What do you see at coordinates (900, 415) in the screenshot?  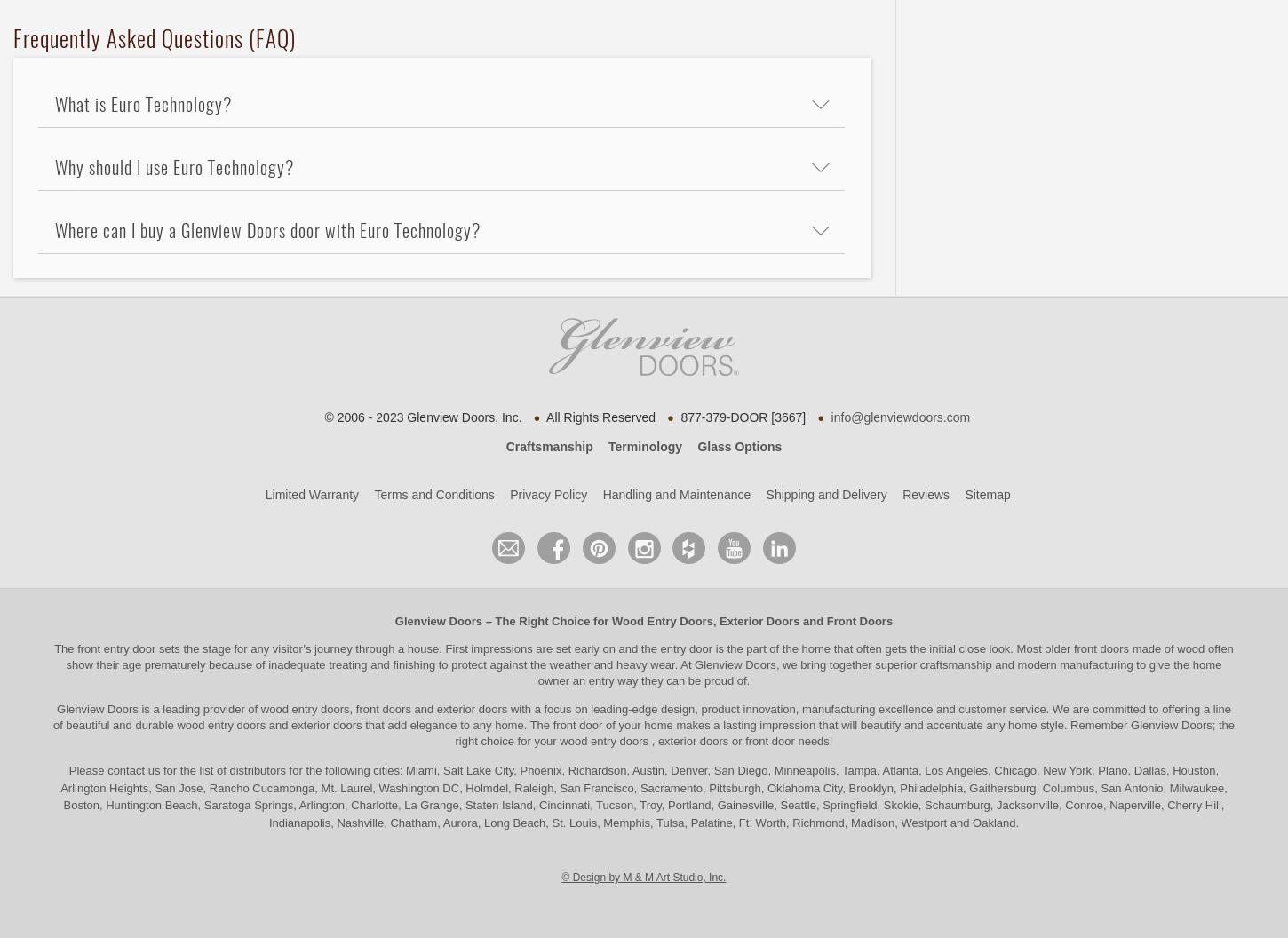 I see `'info@glenviewdoors.com'` at bounding box center [900, 415].